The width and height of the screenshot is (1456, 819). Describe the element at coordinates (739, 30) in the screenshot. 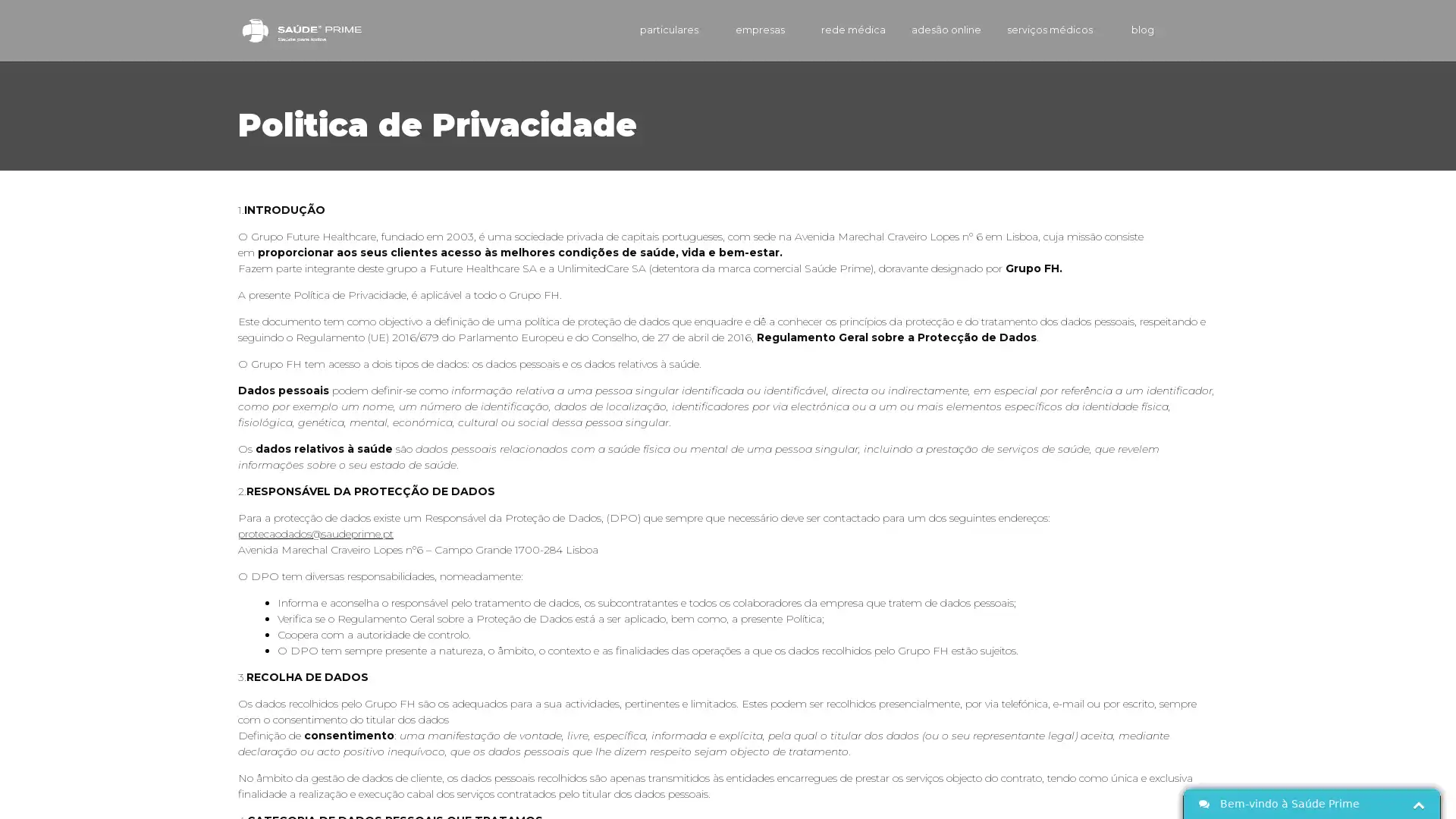

I see `empresas` at that location.